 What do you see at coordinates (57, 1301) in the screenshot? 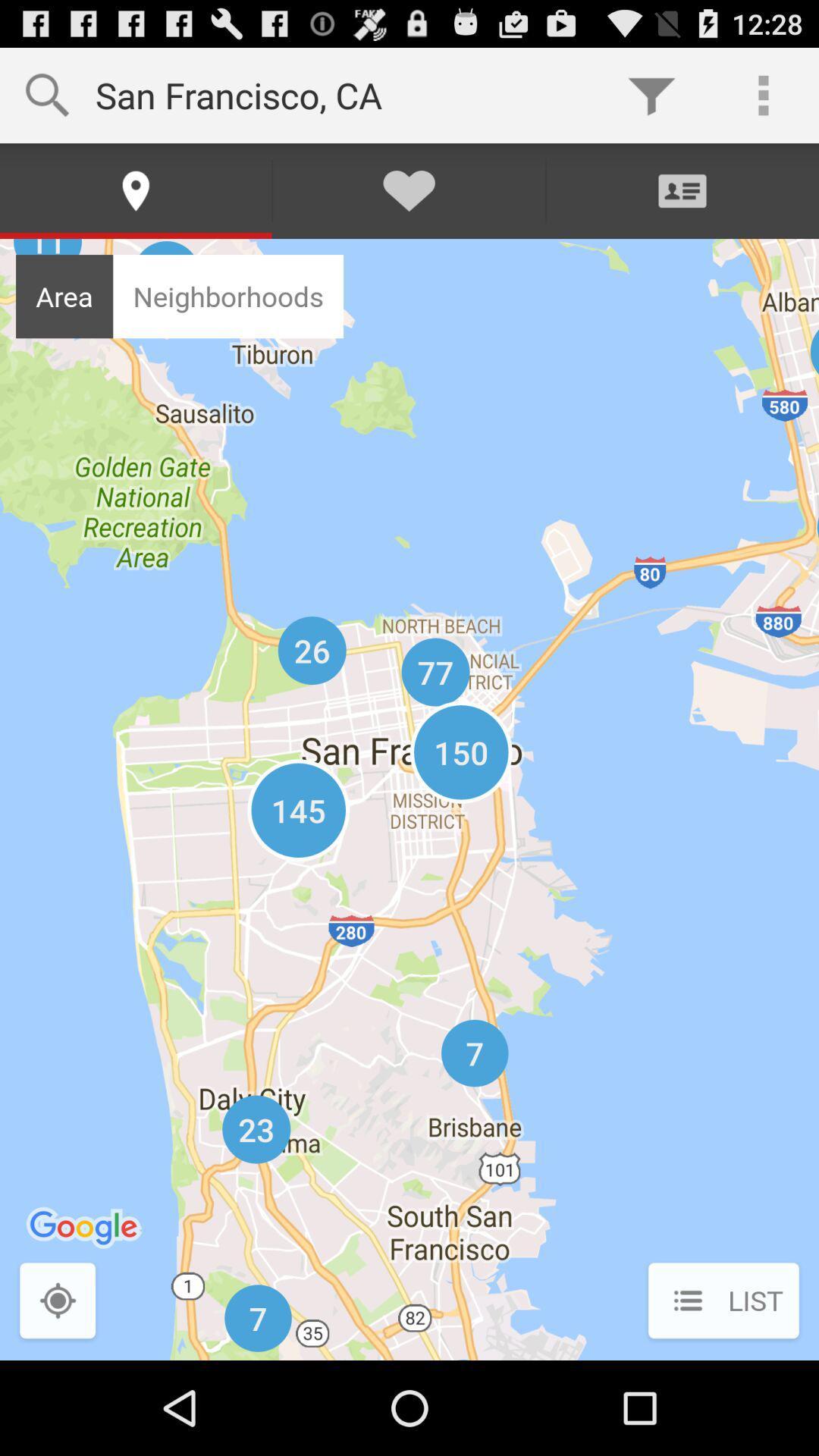
I see `current location` at bounding box center [57, 1301].